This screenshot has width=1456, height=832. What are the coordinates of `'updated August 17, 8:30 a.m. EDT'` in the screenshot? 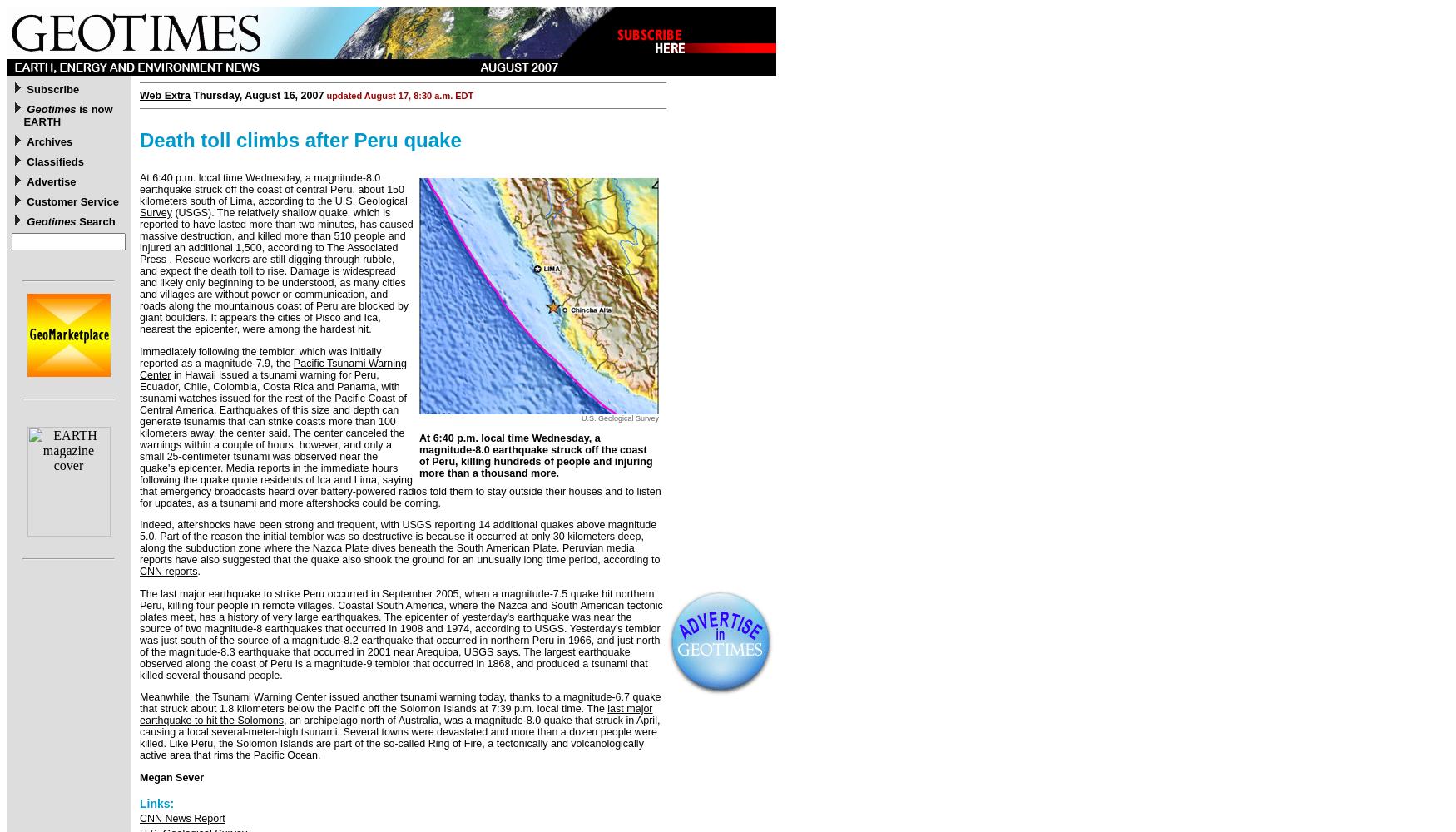 It's located at (323, 95).